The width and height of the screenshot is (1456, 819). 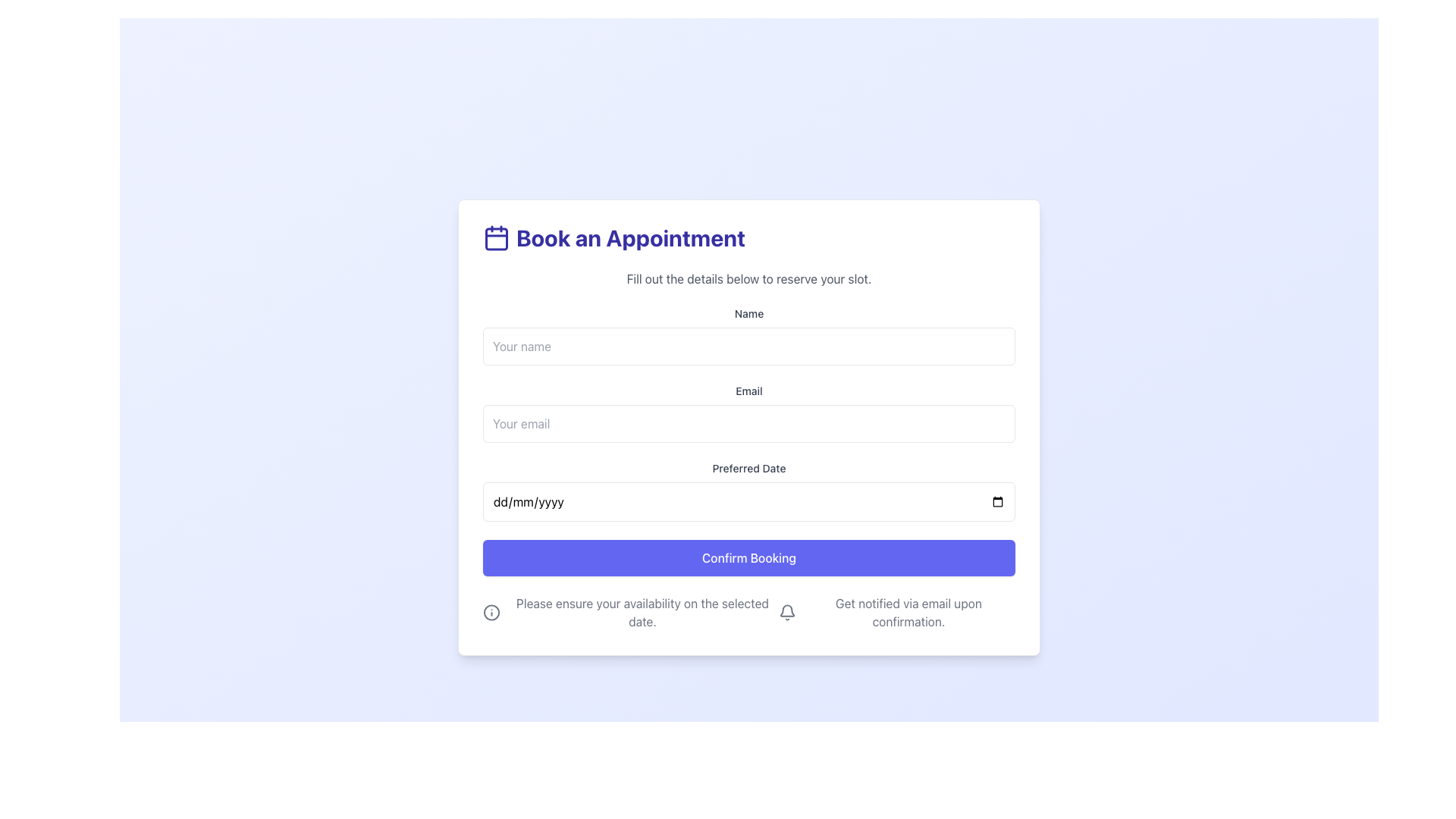 What do you see at coordinates (749, 558) in the screenshot?
I see `the submit button positioned below the 'Preferred Date' input field to confirm the booking details entered by the user` at bounding box center [749, 558].